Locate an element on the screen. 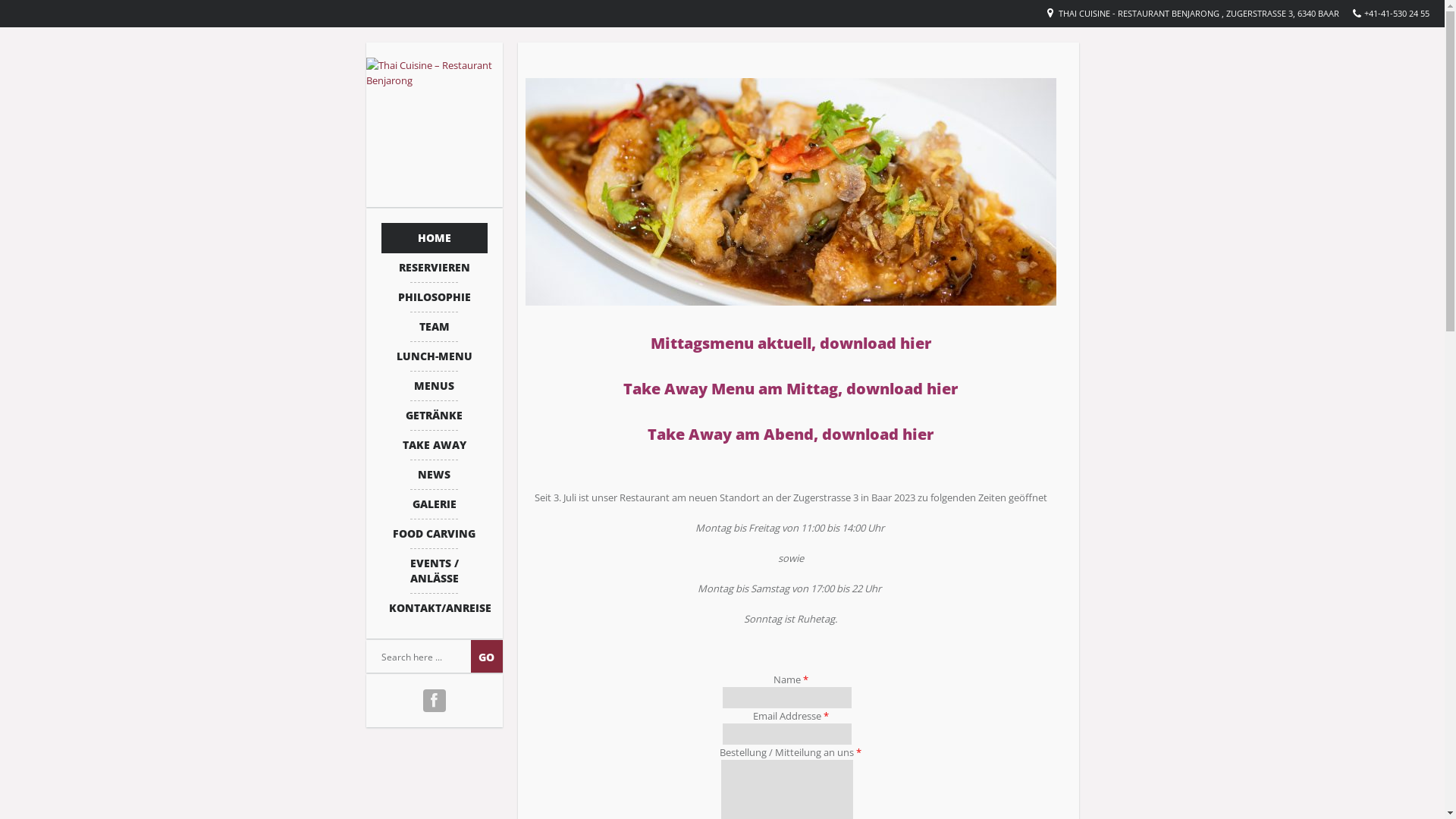 The image size is (1456, 819). 'MENUS' is located at coordinates (381, 385).